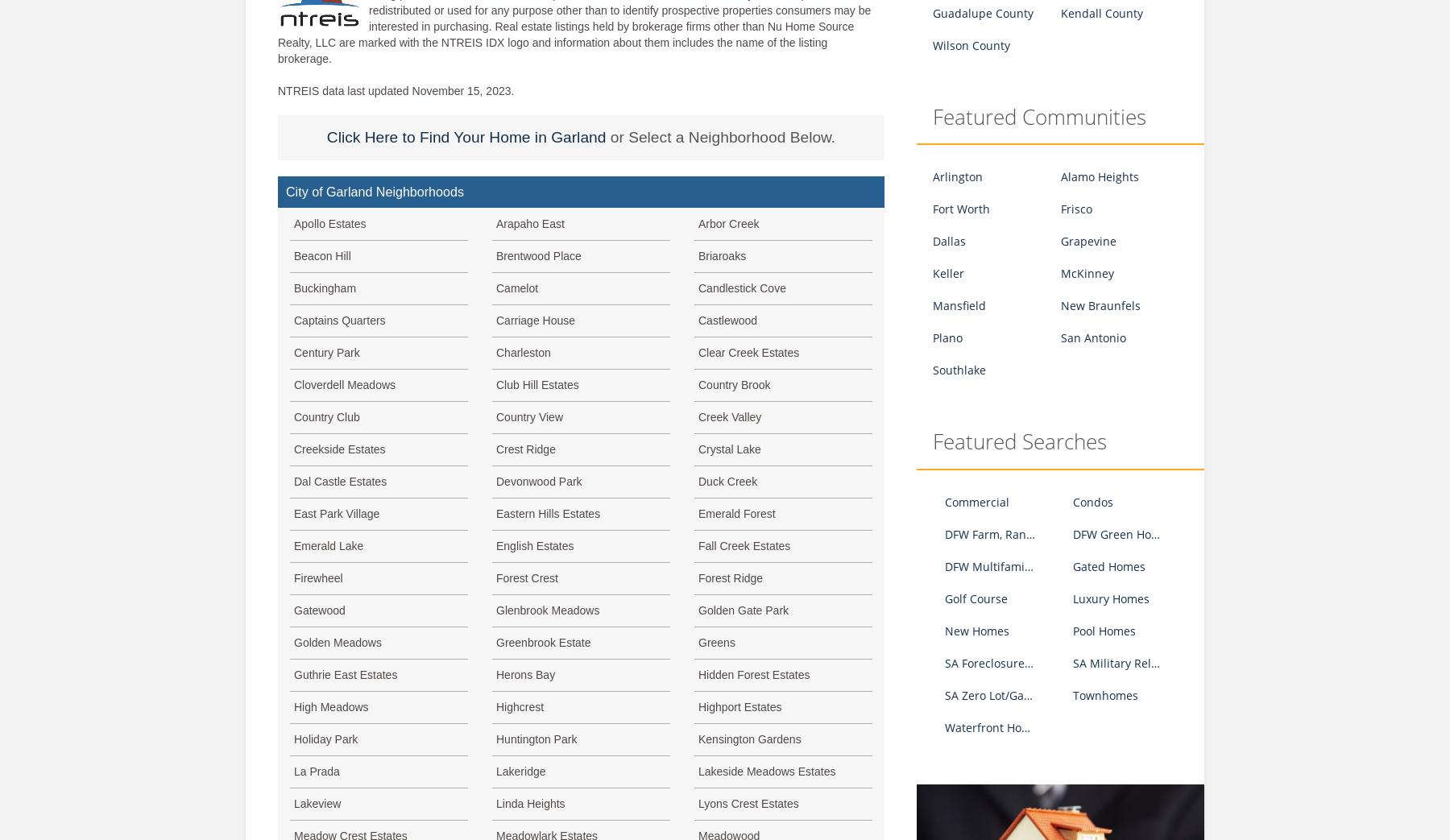  What do you see at coordinates (1086, 272) in the screenshot?
I see `'McKinney'` at bounding box center [1086, 272].